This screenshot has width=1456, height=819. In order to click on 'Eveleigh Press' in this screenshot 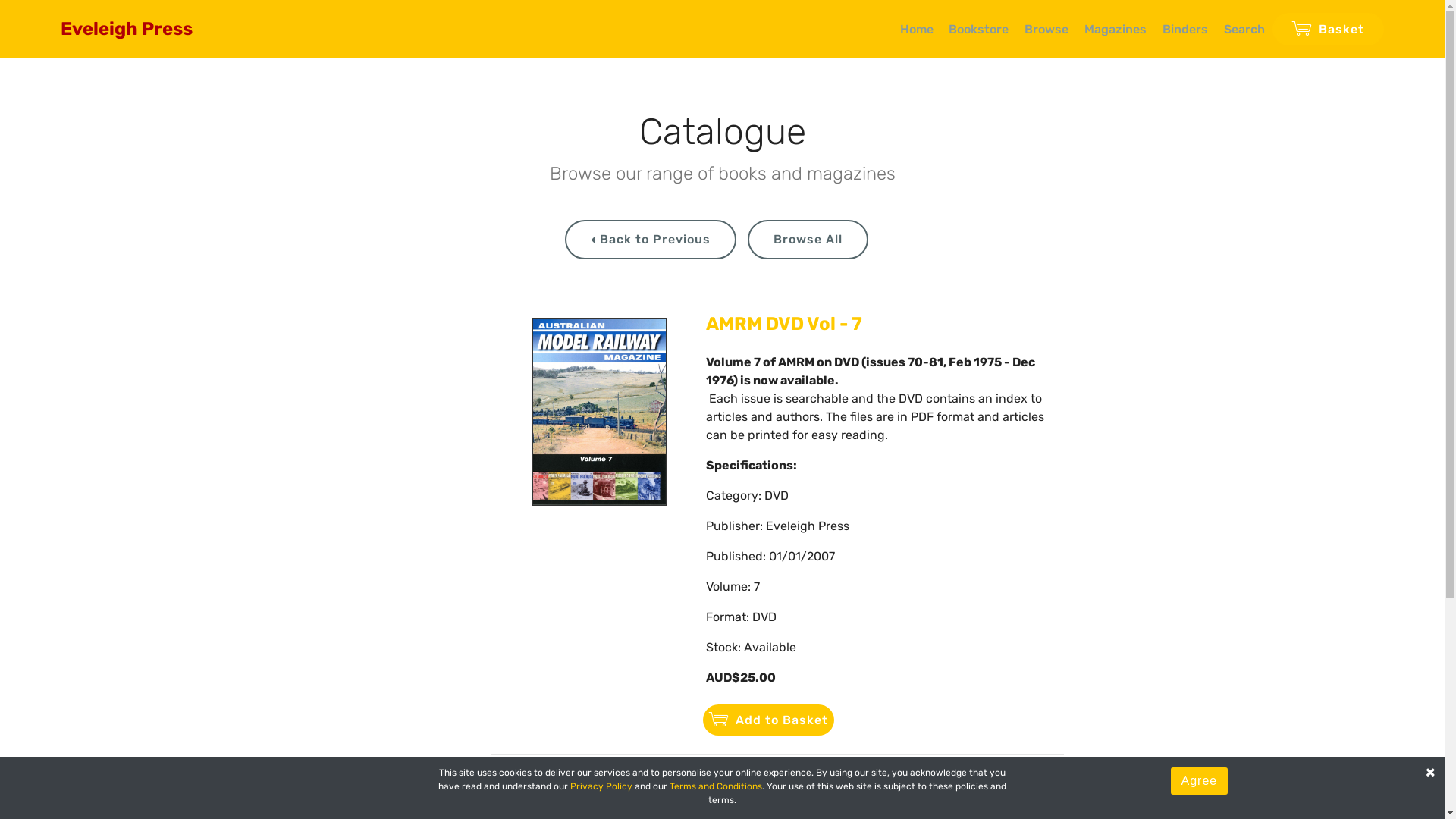, I will do `click(138, 29)`.